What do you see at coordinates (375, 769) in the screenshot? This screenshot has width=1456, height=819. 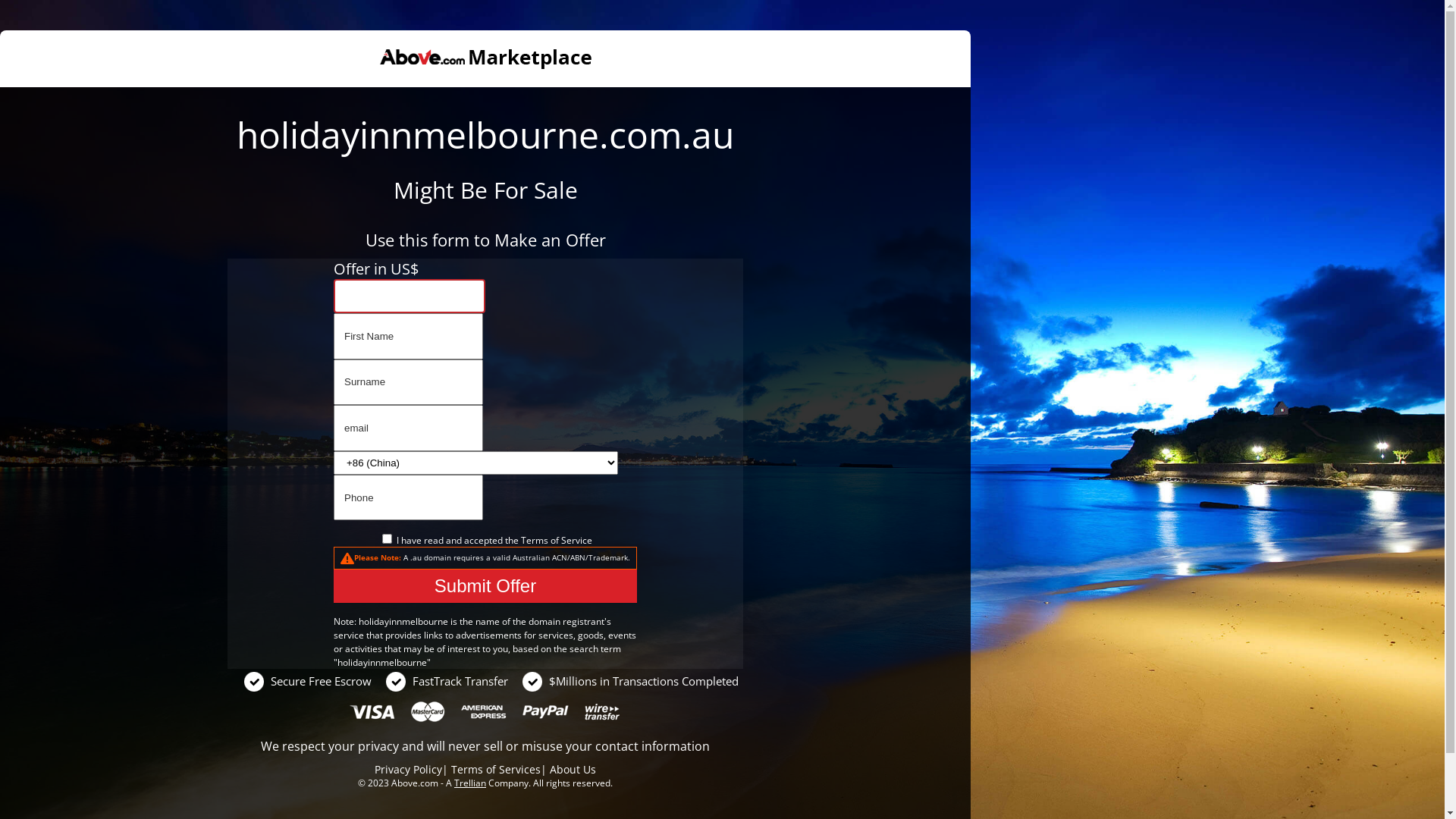 I see `'Privacy Policy'` at bounding box center [375, 769].